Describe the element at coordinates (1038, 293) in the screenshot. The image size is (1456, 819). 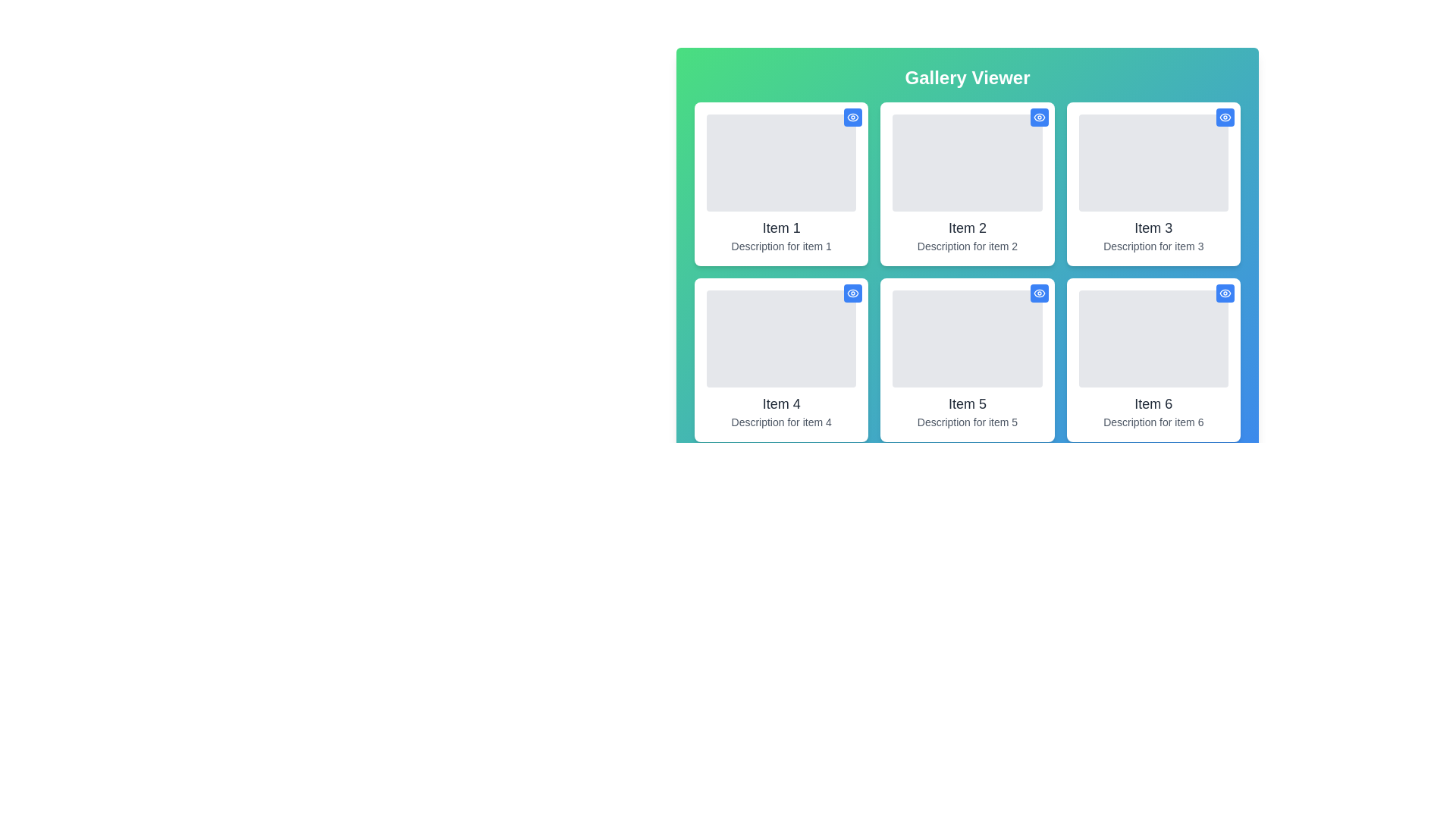
I see `the 'view' button located in the top-right corner of the card for 'Item 5'` at that location.